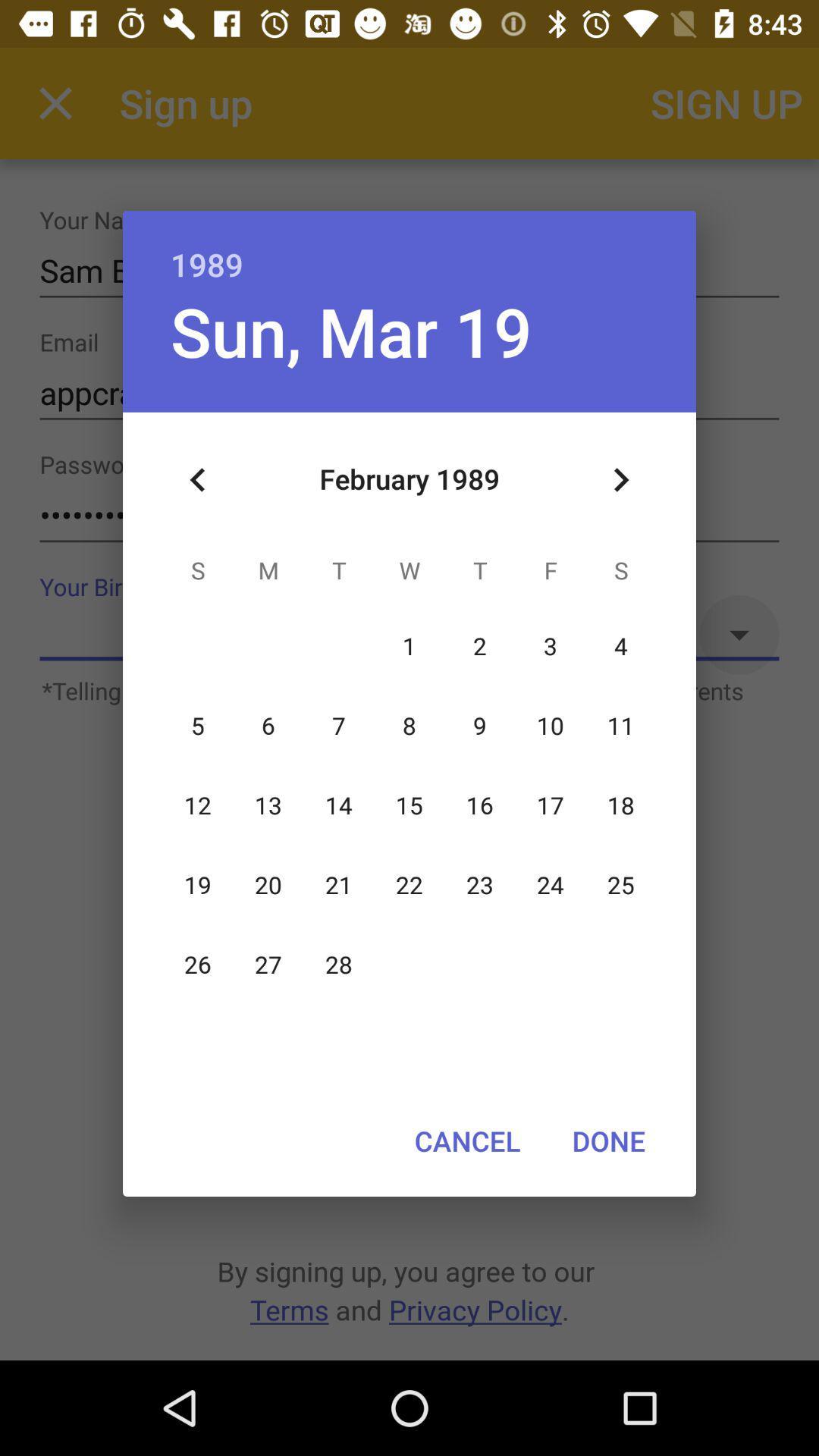 This screenshot has width=819, height=1456. What do you see at coordinates (607, 1141) in the screenshot?
I see `item at the bottom right corner` at bounding box center [607, 1141].